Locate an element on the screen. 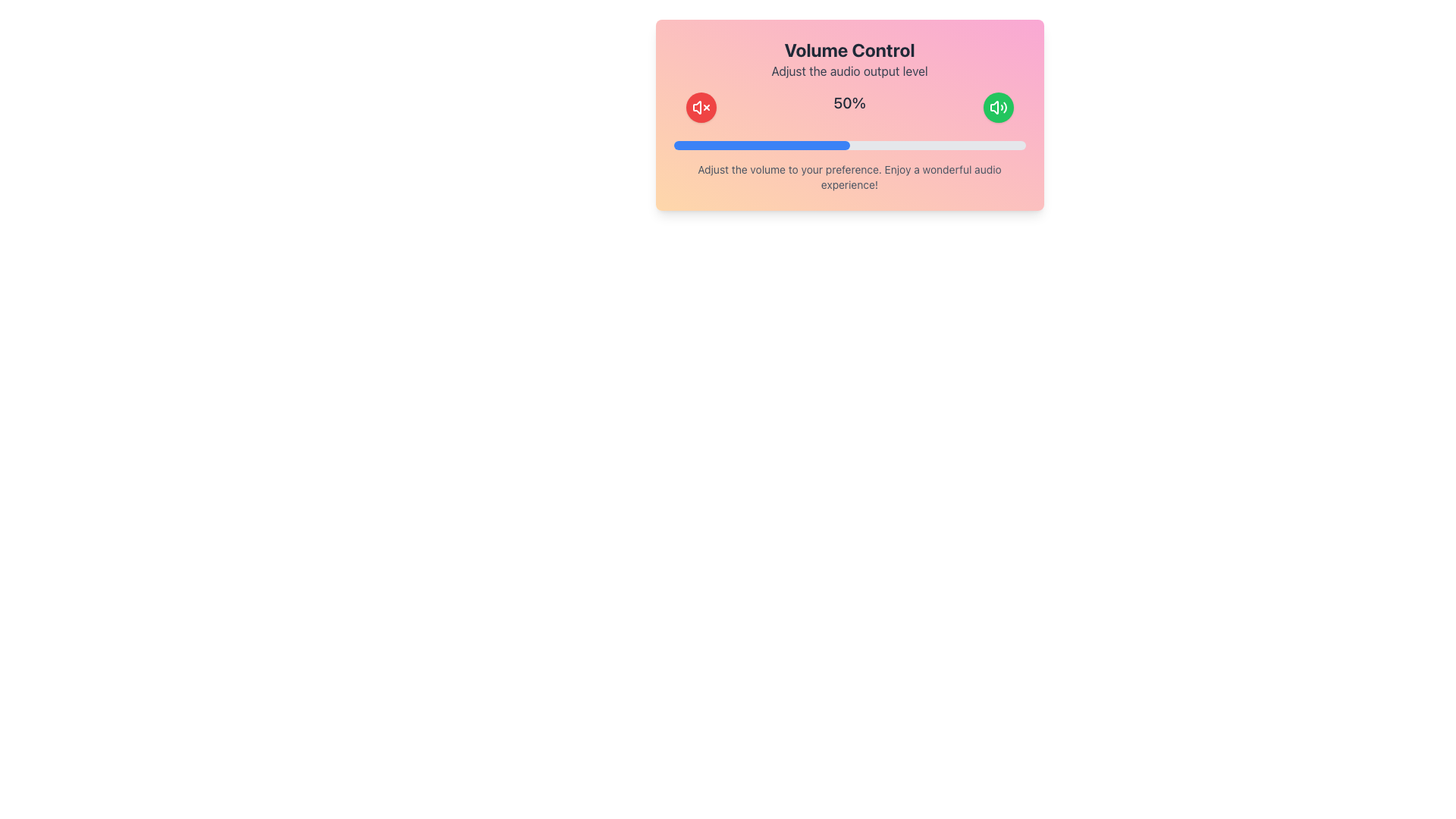  the speaker icon with sound waves is located at coordinates (993, 107).